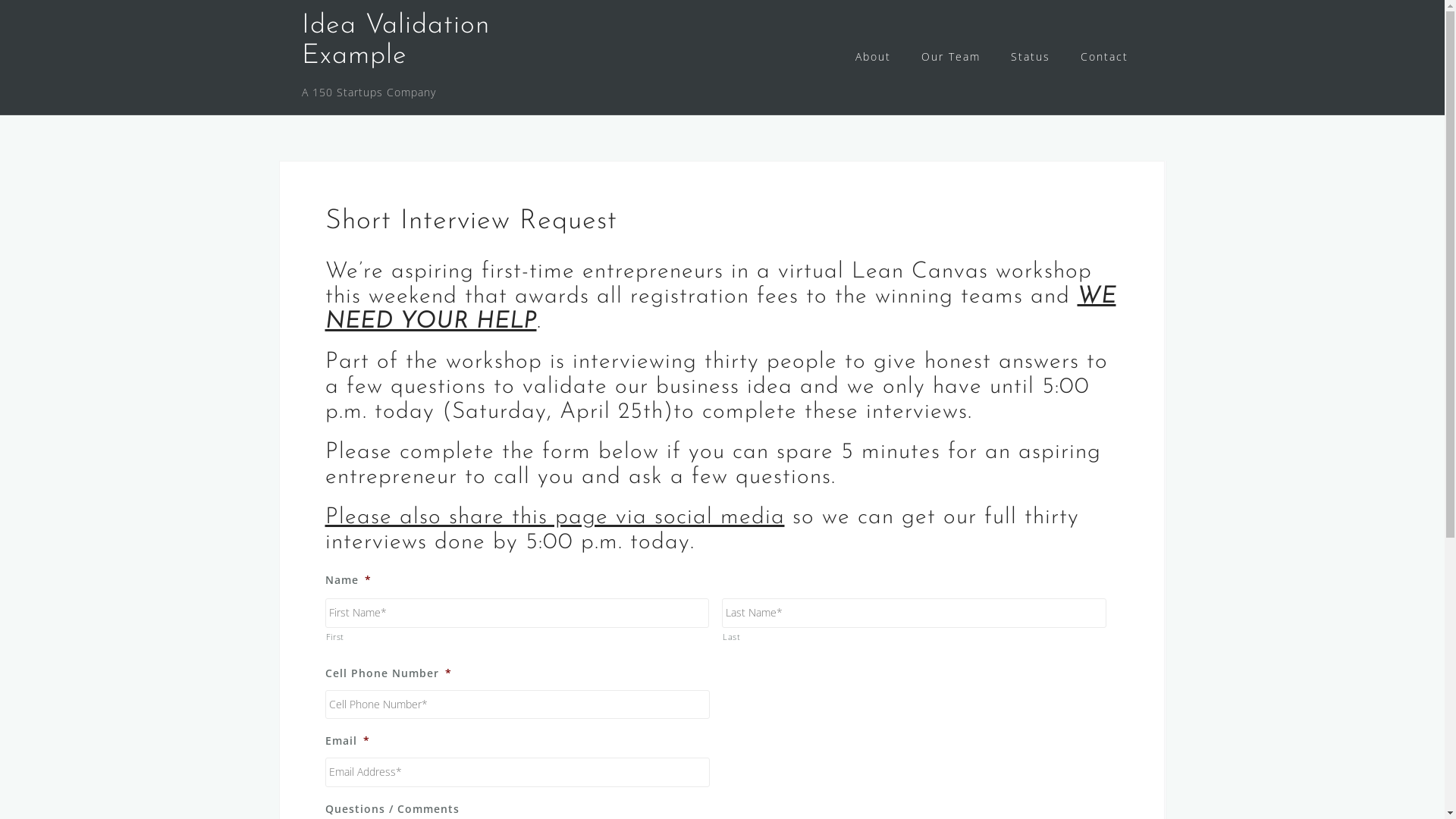 The width and height of the screenshot is (1456, 819). Describe the element at coordinates (396, 40) in the screenshot. I see `'Idea Validation Example'` at that location.